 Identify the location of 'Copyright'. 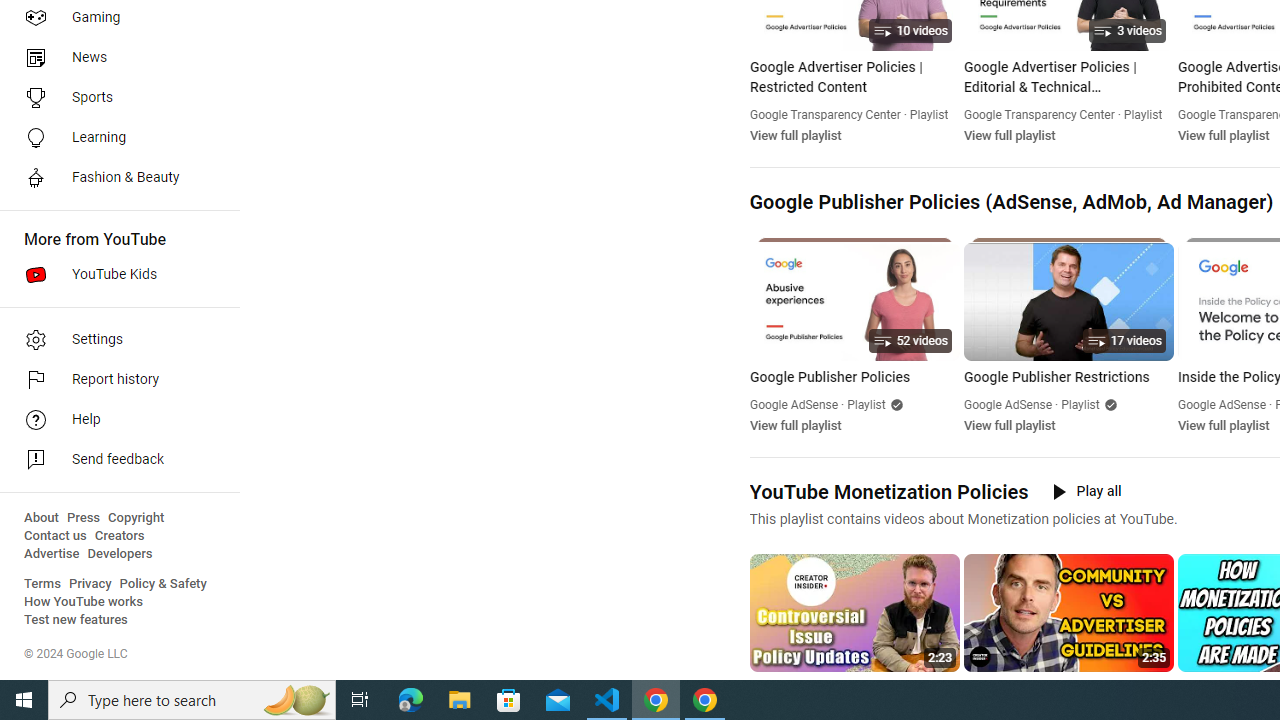
(135, 517).